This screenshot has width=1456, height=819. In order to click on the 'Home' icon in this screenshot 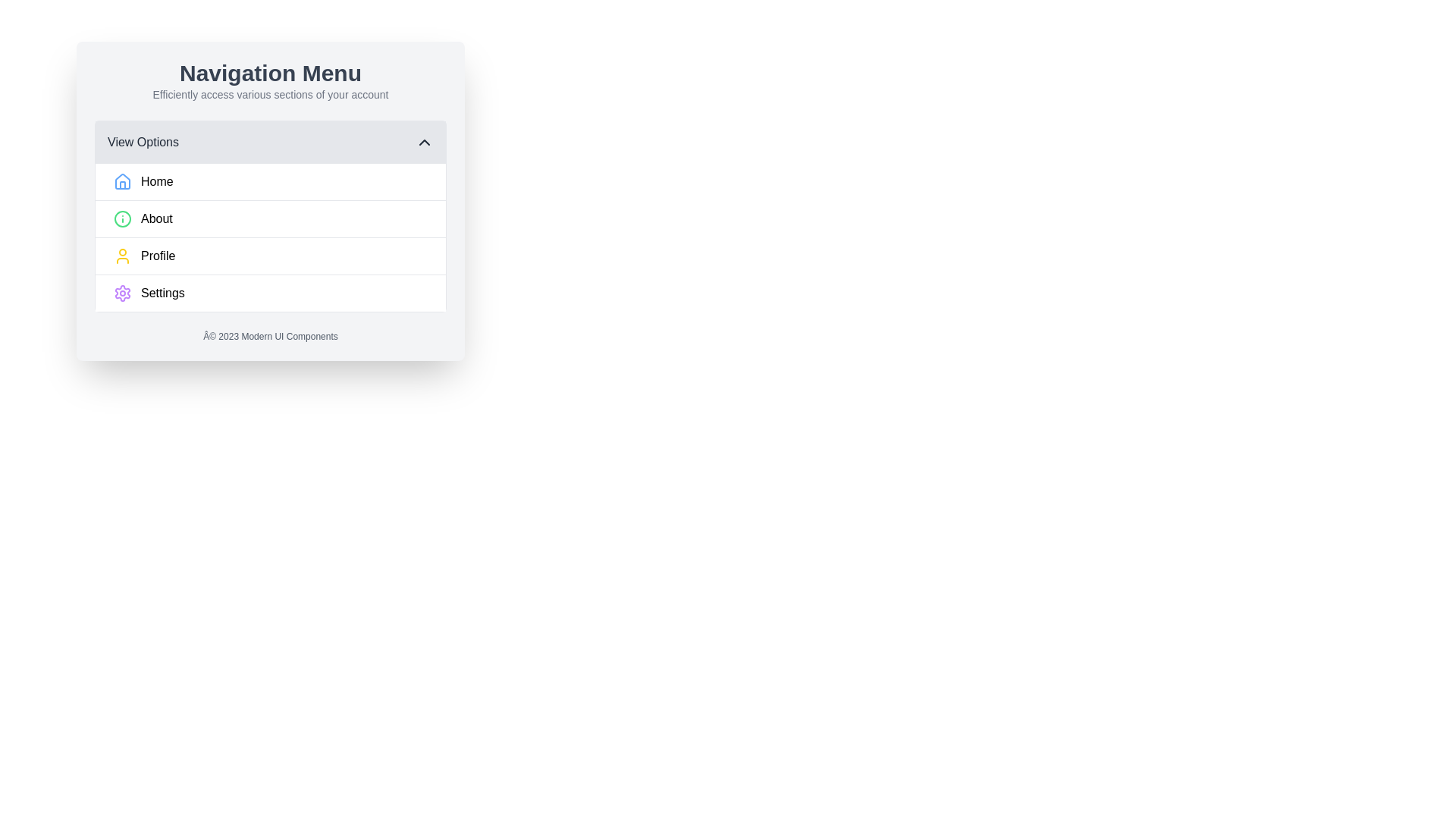, I will do `click(123, 180)`.